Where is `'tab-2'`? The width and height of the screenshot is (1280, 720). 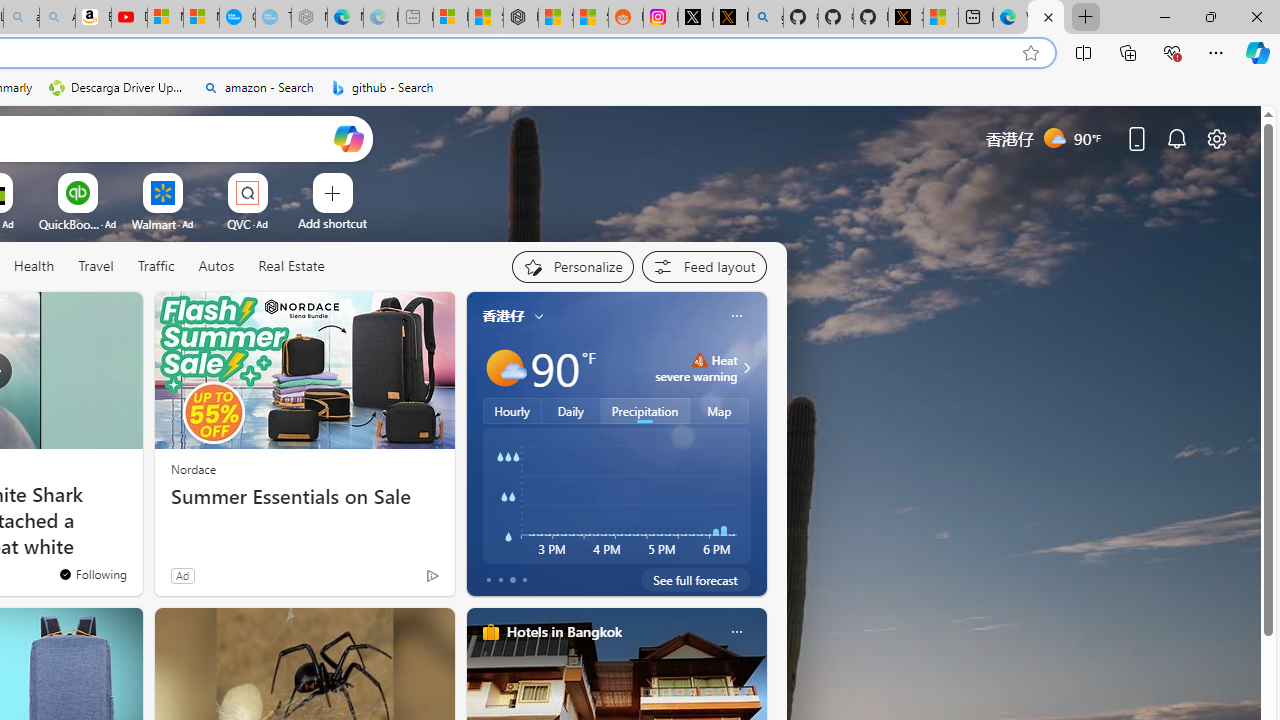 'tab-2' is located at coordinates (512, 579).